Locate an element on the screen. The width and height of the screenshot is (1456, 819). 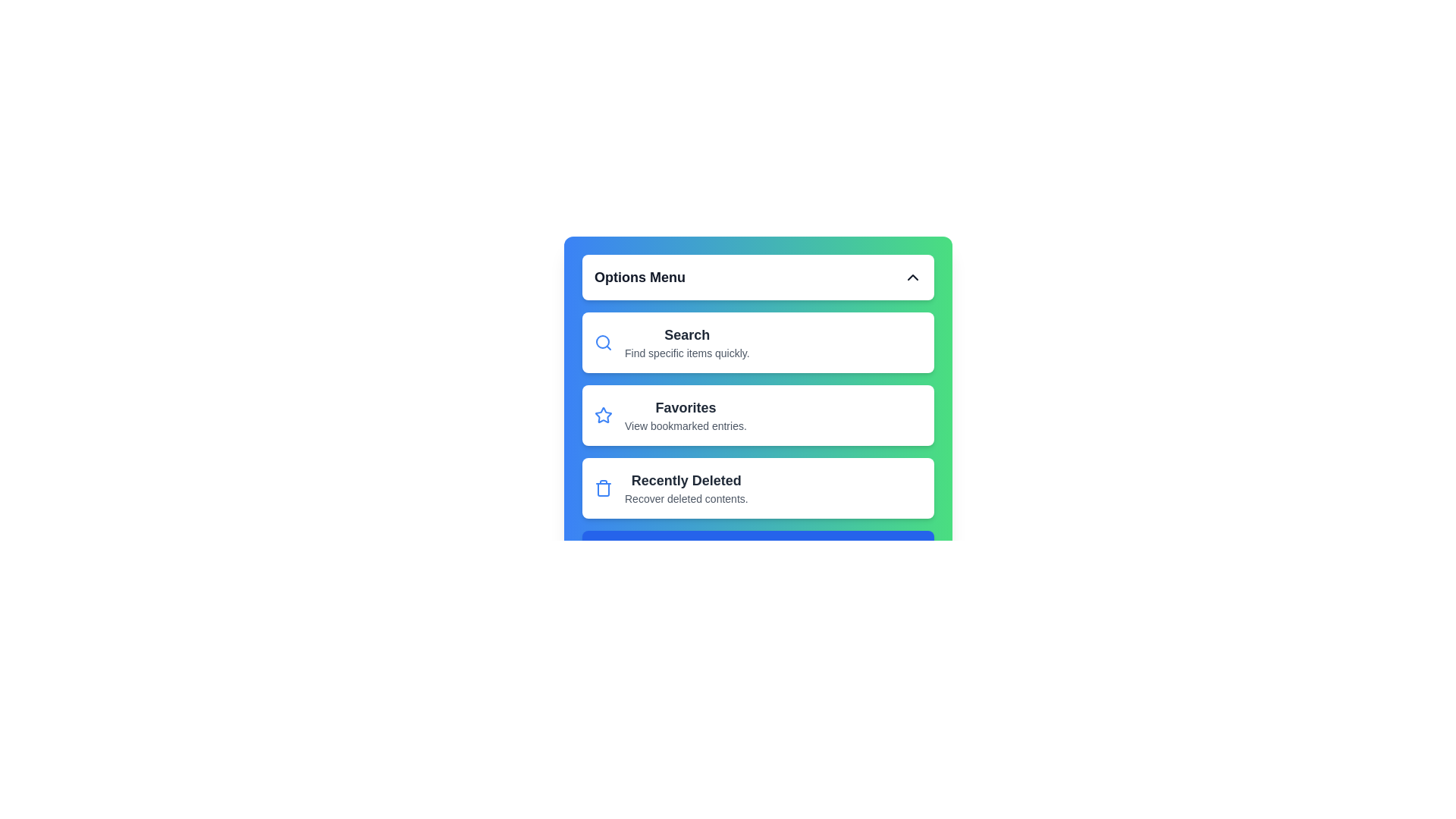
the 'Search' button in the 'Options Menu' section is located at coordinates (758, 342).